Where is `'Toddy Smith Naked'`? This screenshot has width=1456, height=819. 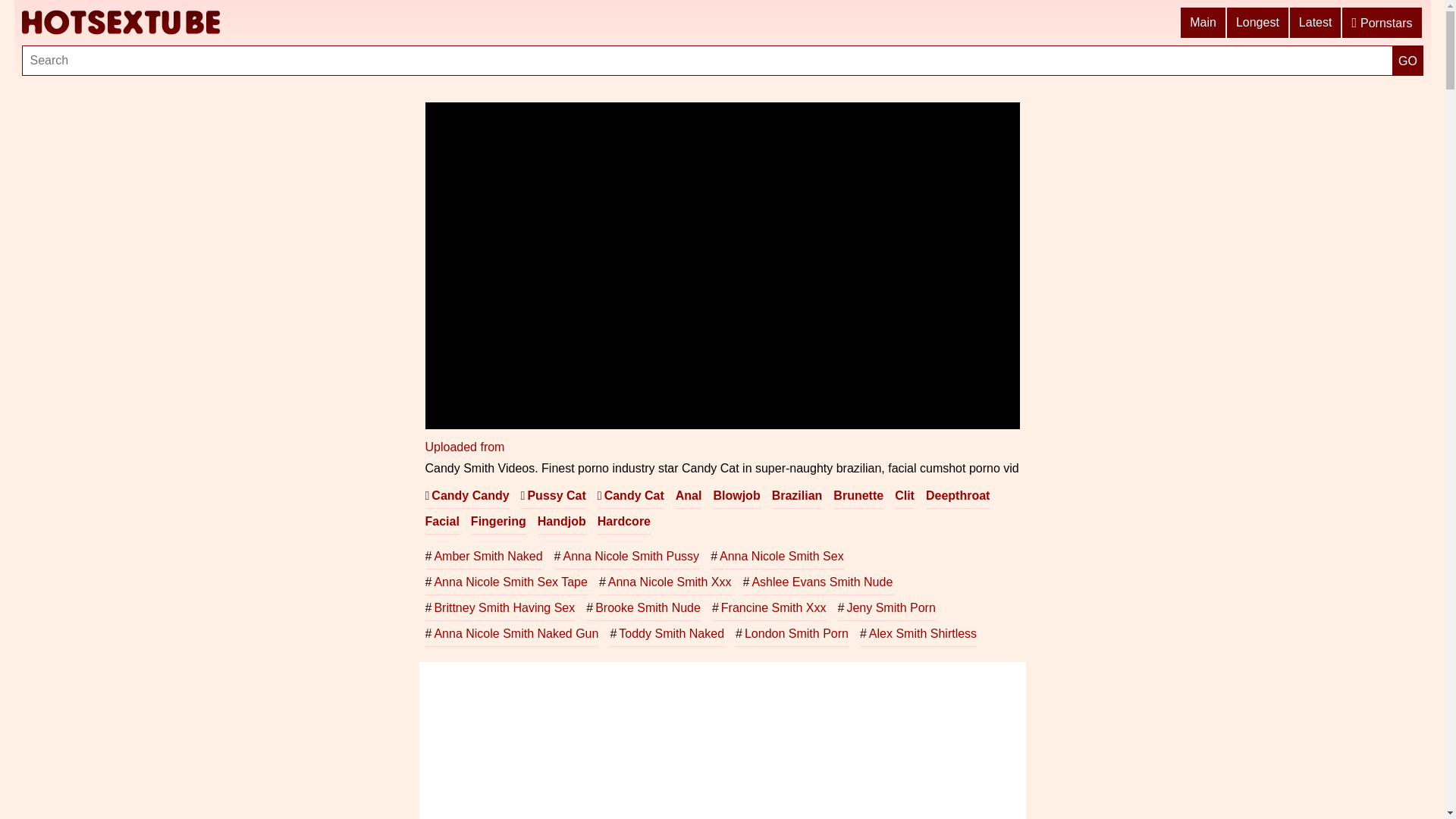
'Toddy Smith Naked' is located at coordinates (667, 634).